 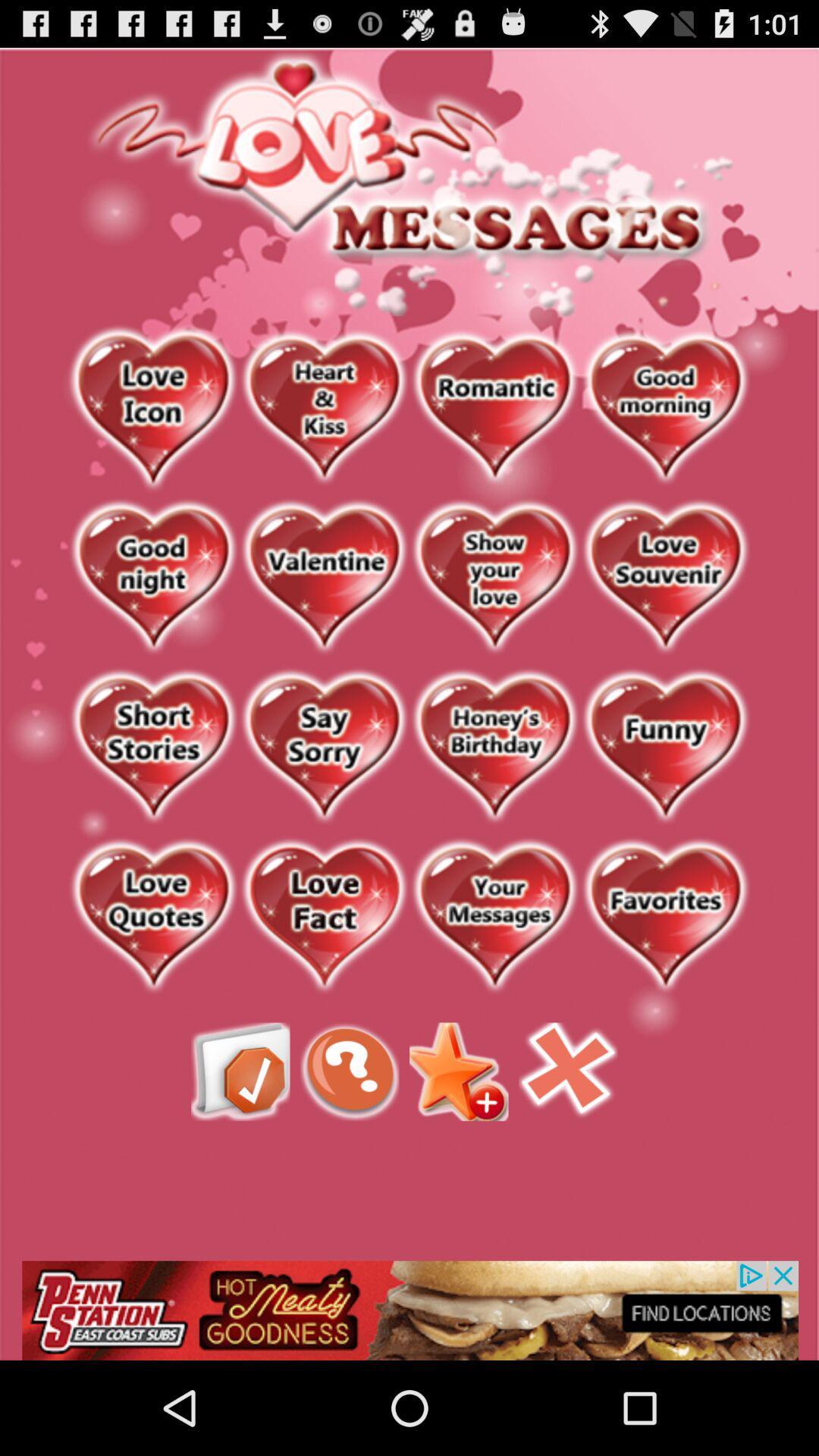 What do you see at coordinates (494, 577) in the screenshot?
I see `show your love message` at bounding box center [494, 577].